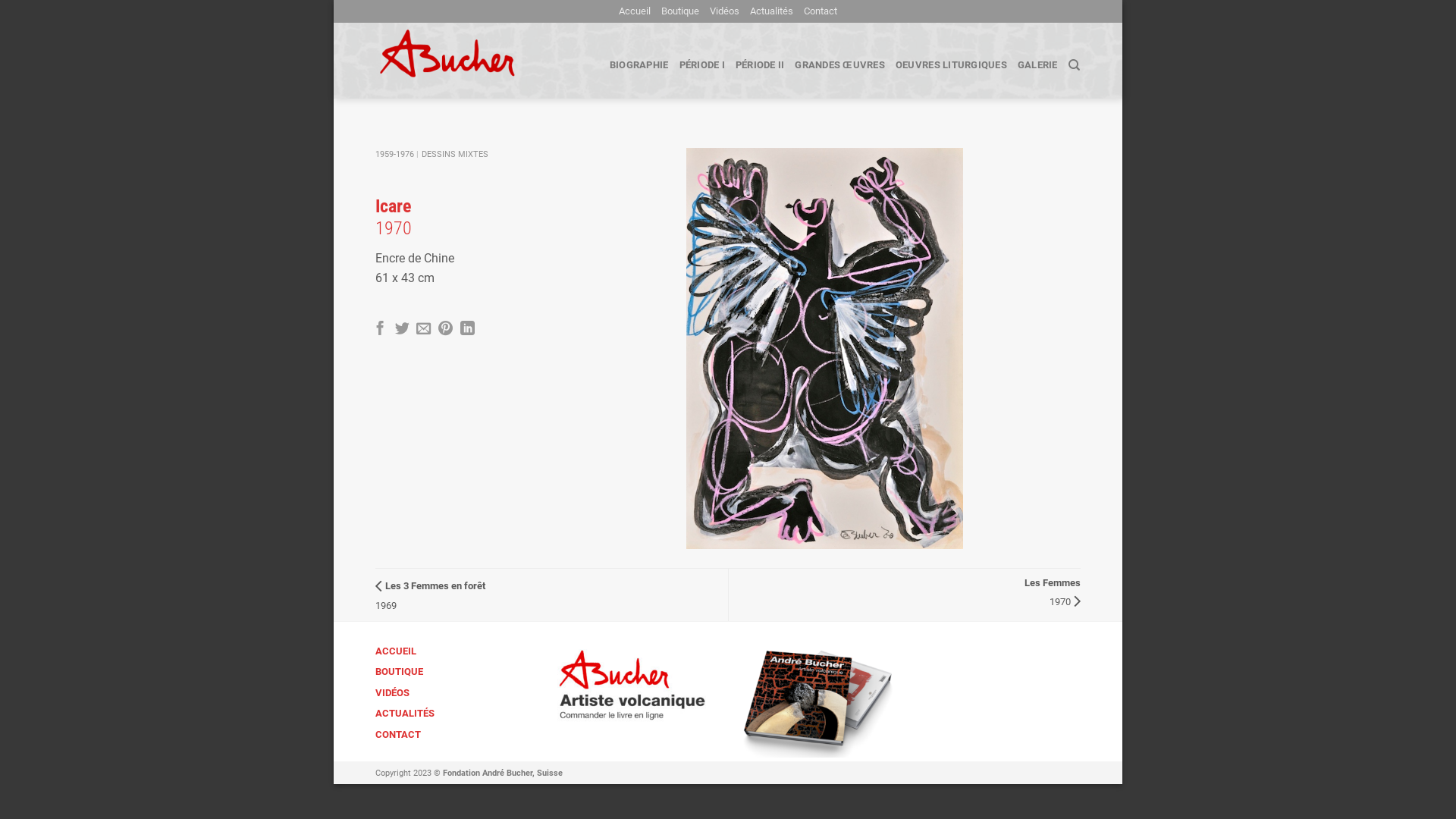  I want to click on 'Les Femmes, so click(1051, 591).